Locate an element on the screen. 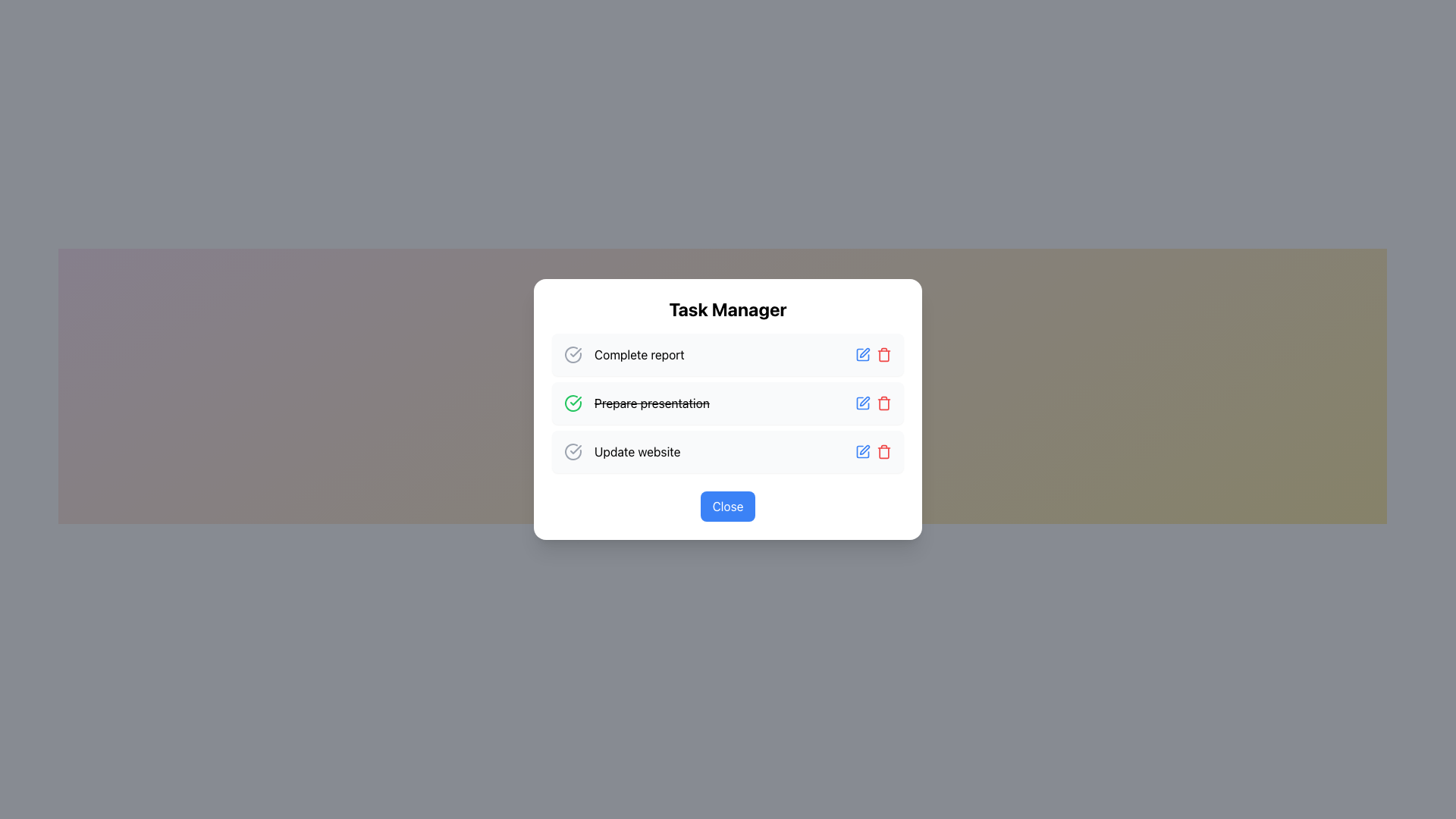  the blue 'Close' button located at the bottom center of the dialog box is located at coordinates (728, 506).